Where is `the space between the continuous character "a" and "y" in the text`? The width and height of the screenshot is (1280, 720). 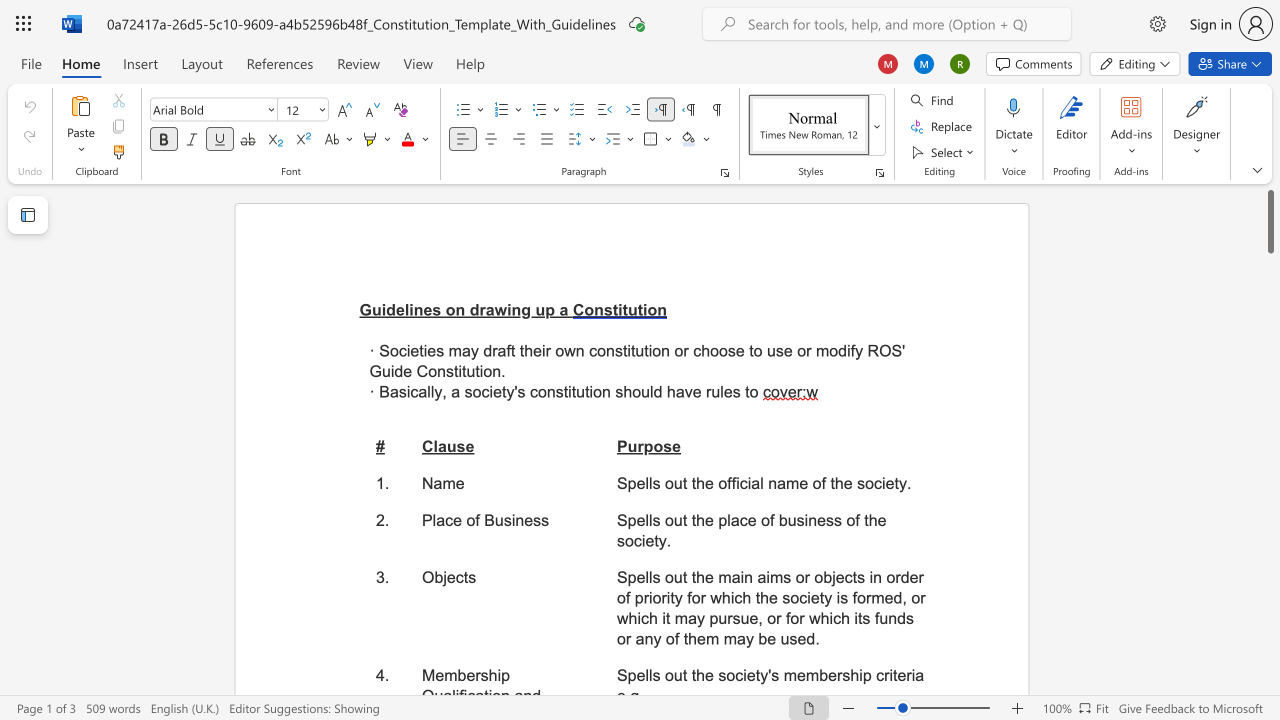 the space between the continuous character "a" and "y" in the text is located at coordinates (469, 350).